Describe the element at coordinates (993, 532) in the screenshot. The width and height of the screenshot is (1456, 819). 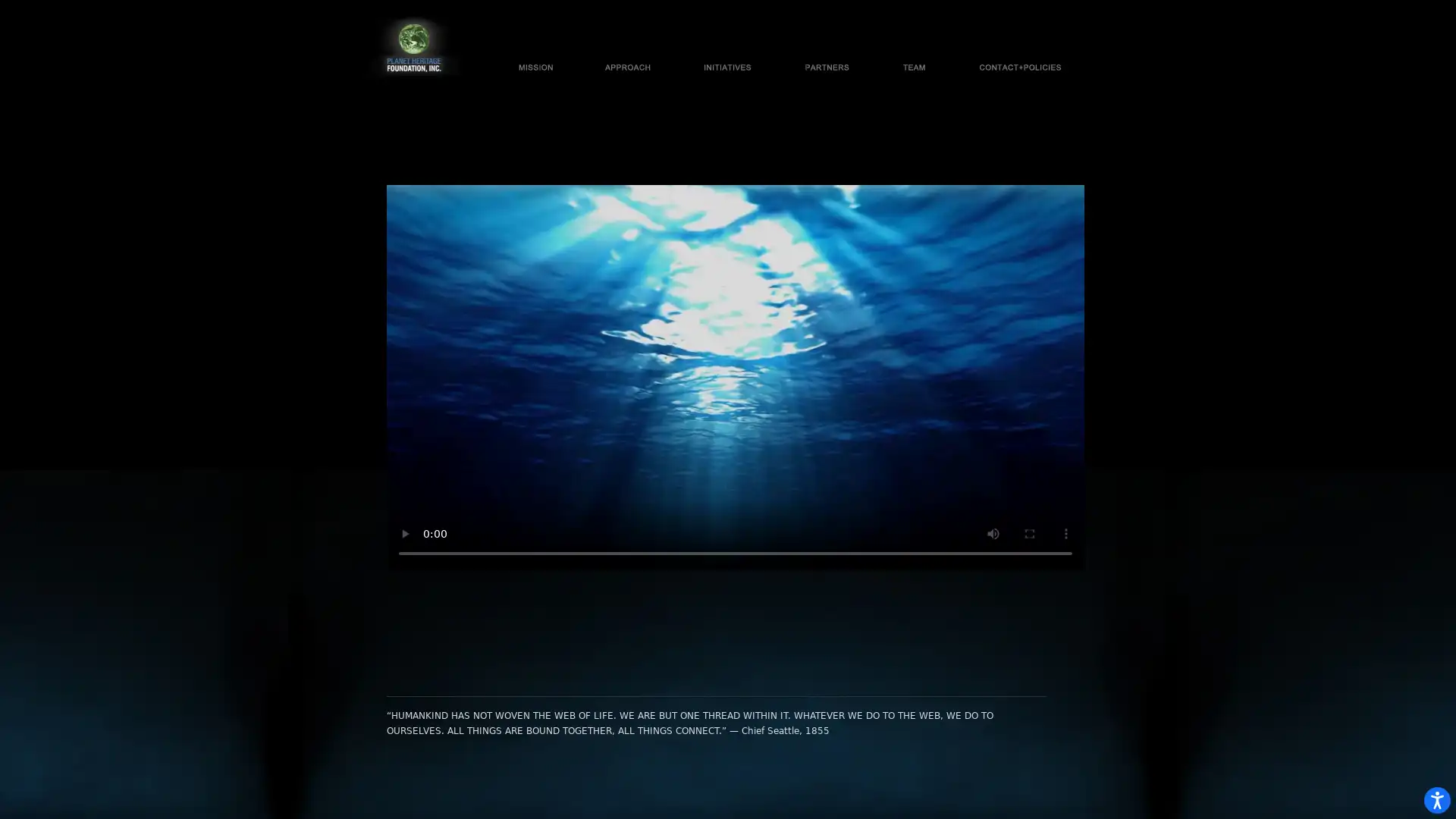
I see `mute` at that location.